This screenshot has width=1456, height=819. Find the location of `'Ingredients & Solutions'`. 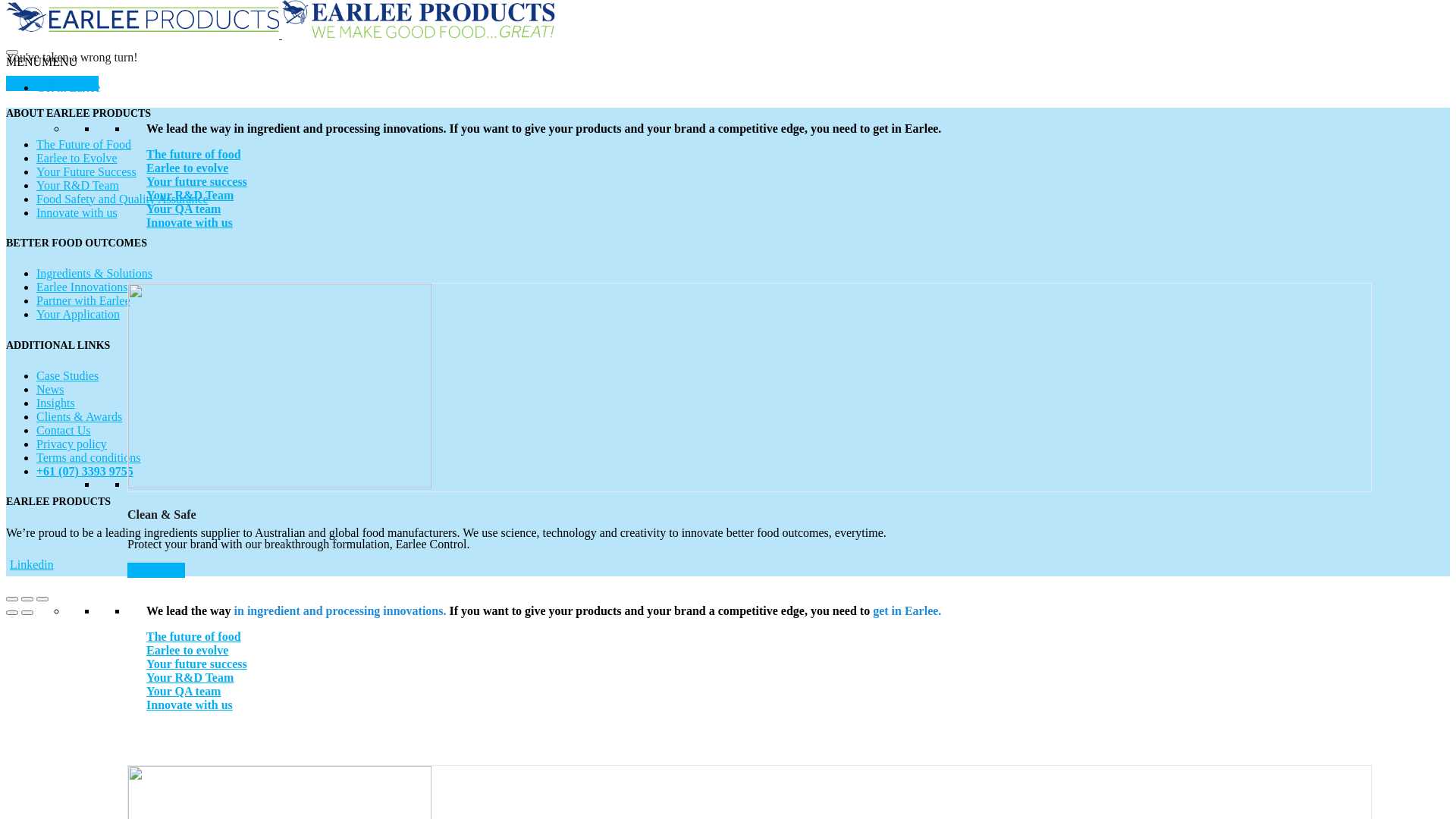

'Ingredients & Solutions' is located at coordinates (93, 273).